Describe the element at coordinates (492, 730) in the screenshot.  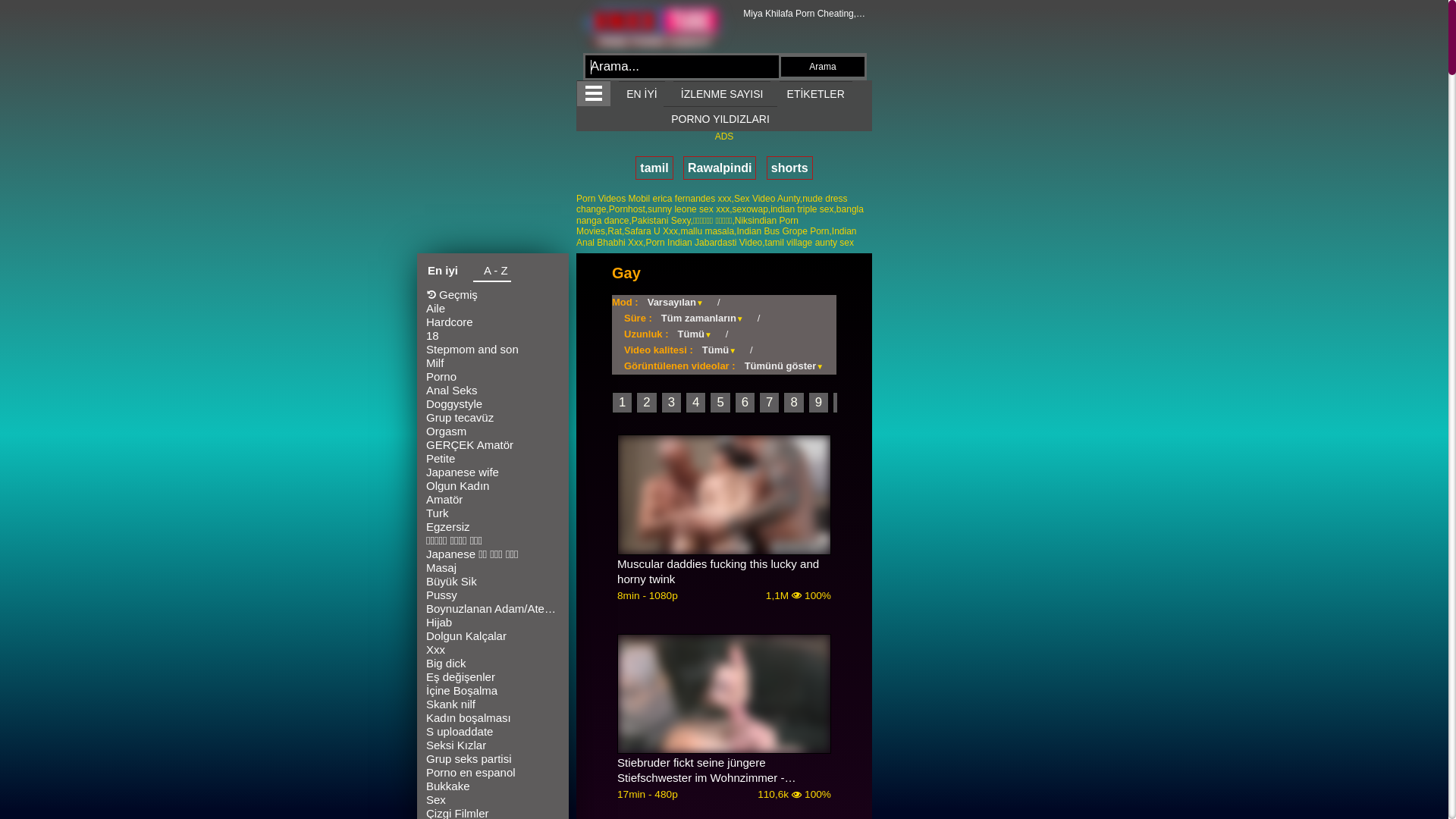
I see `'S uploaddate'` at that location.